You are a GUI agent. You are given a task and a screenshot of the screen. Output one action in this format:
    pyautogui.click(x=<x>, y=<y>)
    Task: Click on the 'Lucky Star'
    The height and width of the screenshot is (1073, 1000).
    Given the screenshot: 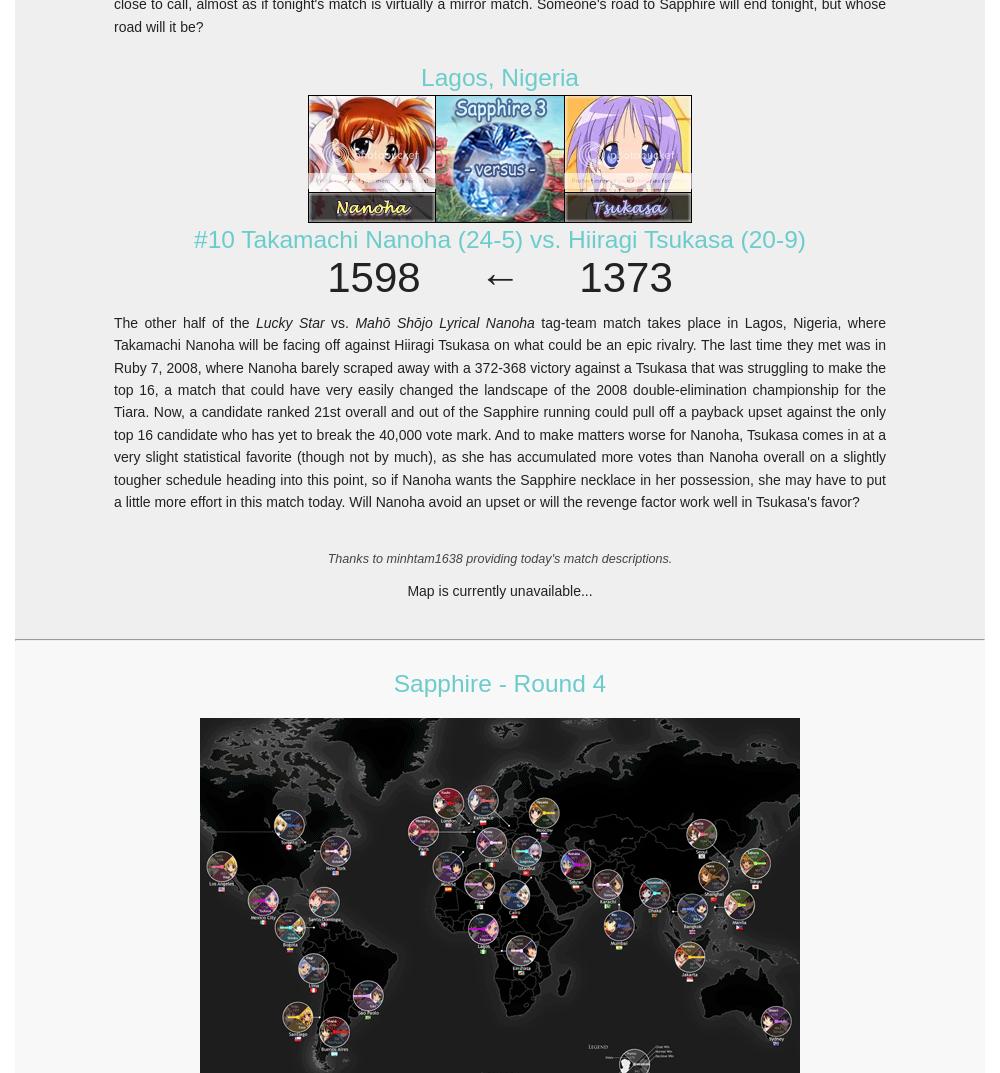 What is the action you would take?
    pyautogui.click(x=289, y=322)
    